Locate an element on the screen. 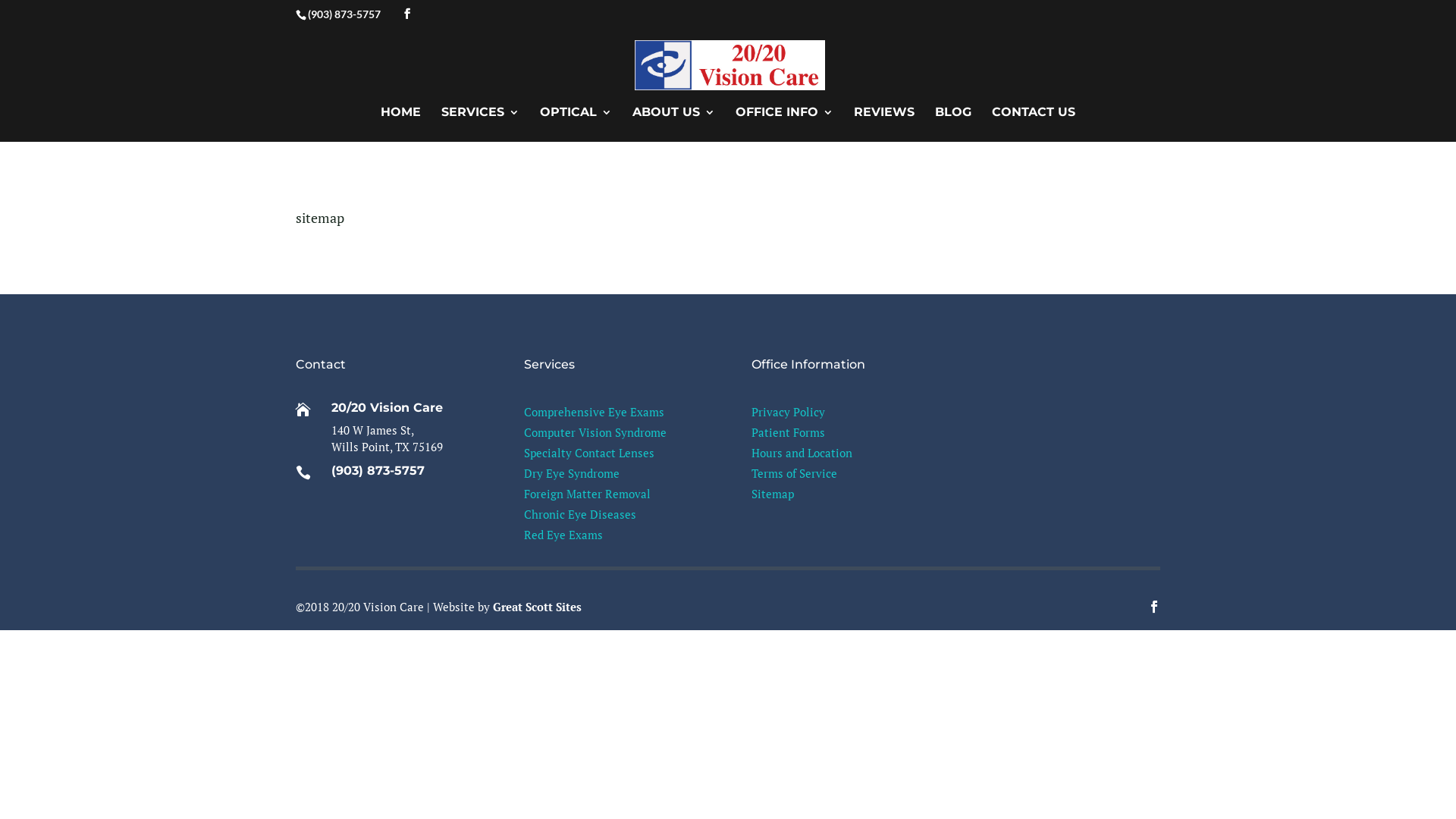 This screenshot has width=1456, height=819. 'OFFICE INFO' is located at coordinates (735, 124).